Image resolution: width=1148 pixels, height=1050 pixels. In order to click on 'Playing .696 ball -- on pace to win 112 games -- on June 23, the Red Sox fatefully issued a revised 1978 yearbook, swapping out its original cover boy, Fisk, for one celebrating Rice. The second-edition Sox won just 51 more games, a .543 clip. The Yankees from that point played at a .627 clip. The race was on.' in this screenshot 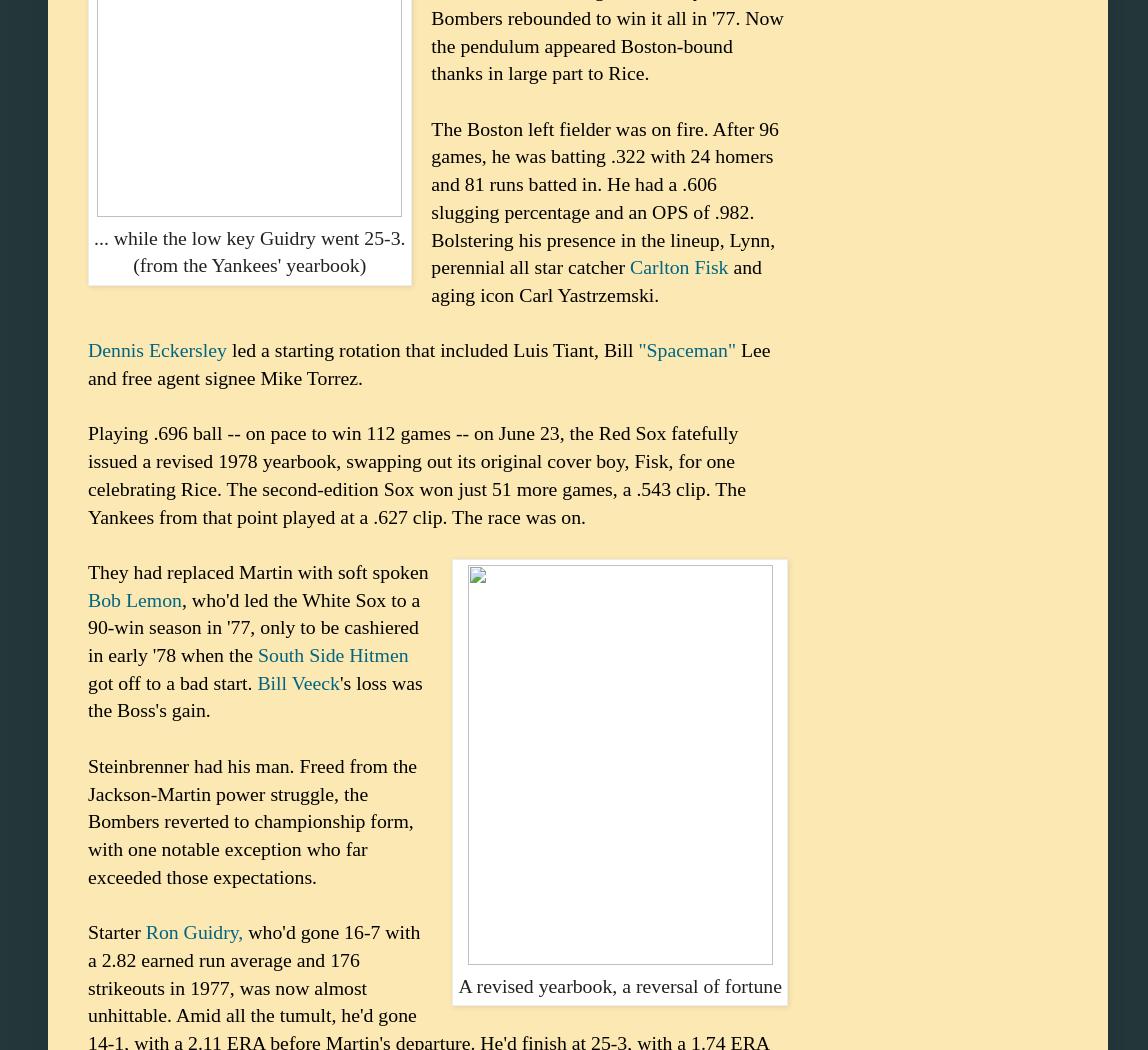, I will do `click(88, 474)`.